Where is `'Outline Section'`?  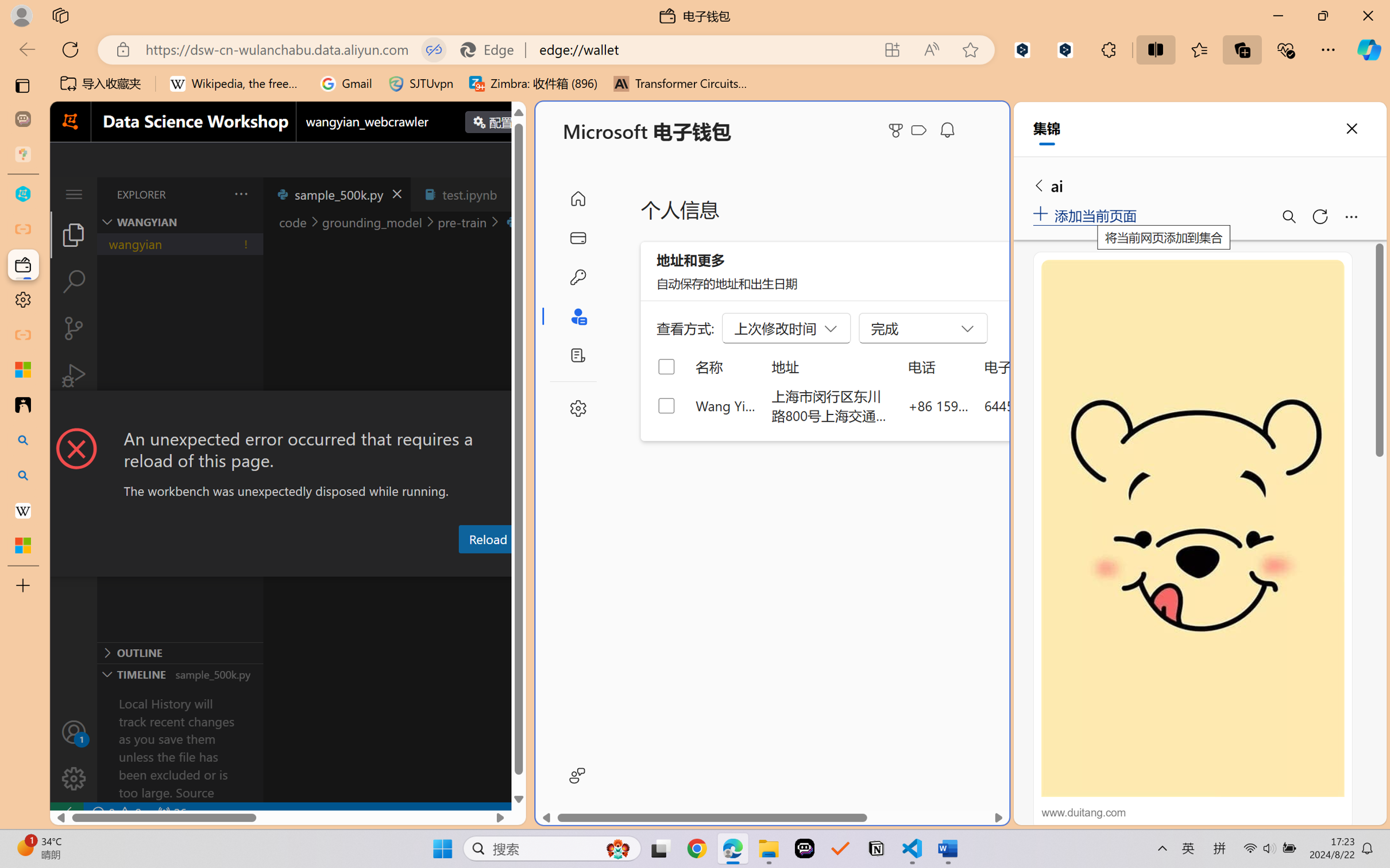 'Outline Section' is located at coordinates (180, 652).